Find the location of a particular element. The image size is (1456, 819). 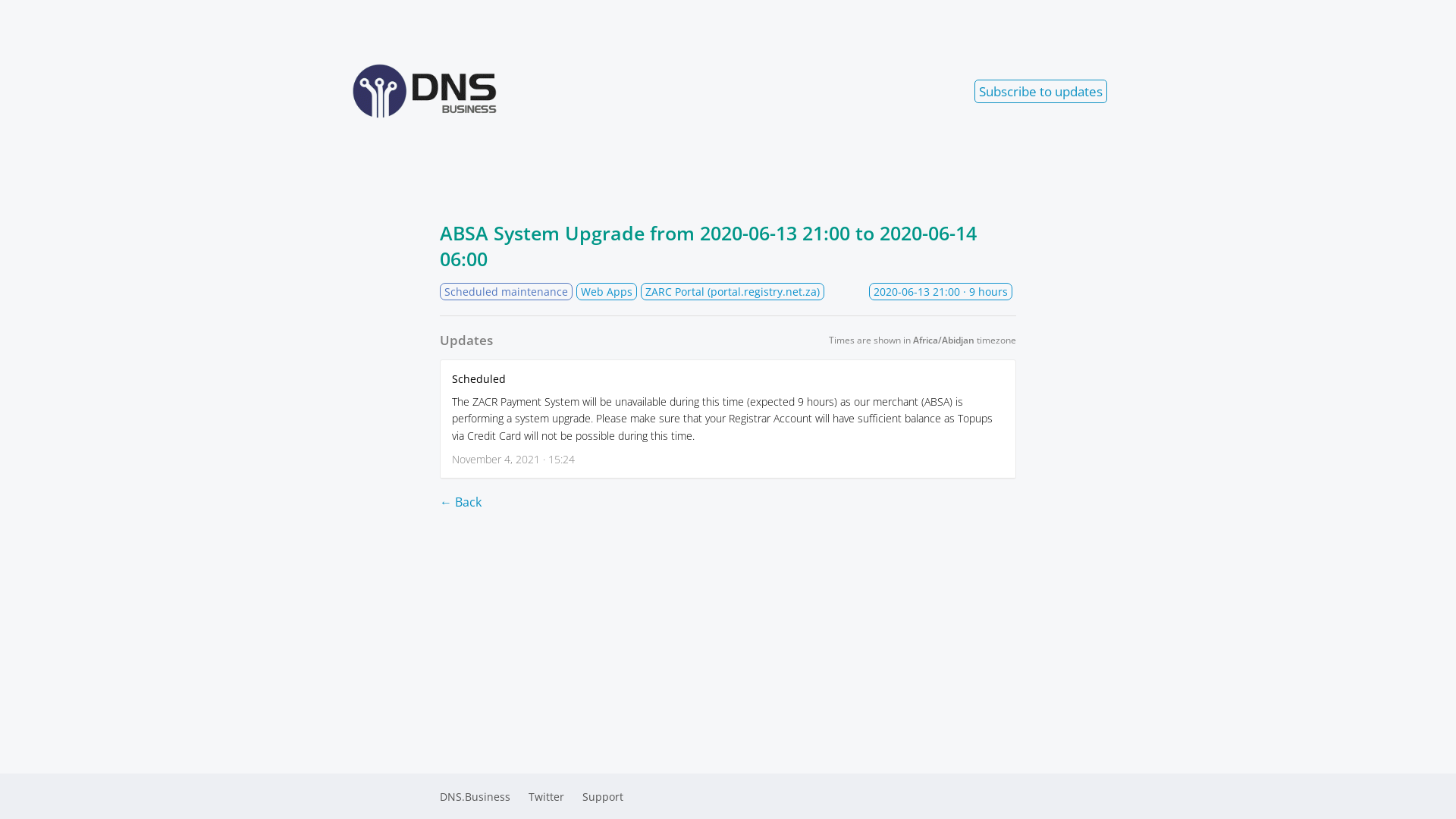

'Twitter' is located at coordinates (546, 795).